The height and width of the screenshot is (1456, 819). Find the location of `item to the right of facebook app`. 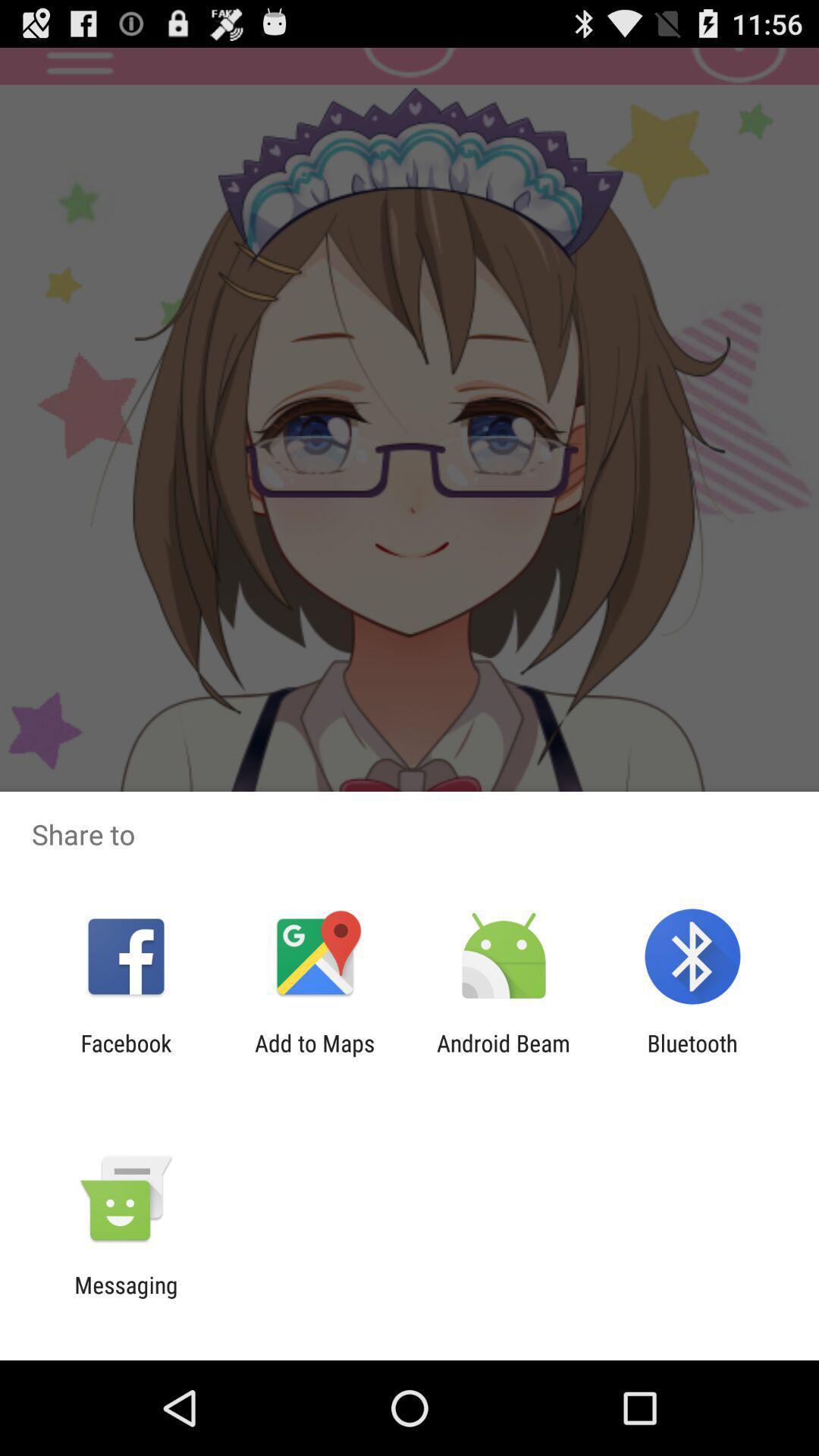

item to the right of facebook app is located at coordinates (314, 1056).